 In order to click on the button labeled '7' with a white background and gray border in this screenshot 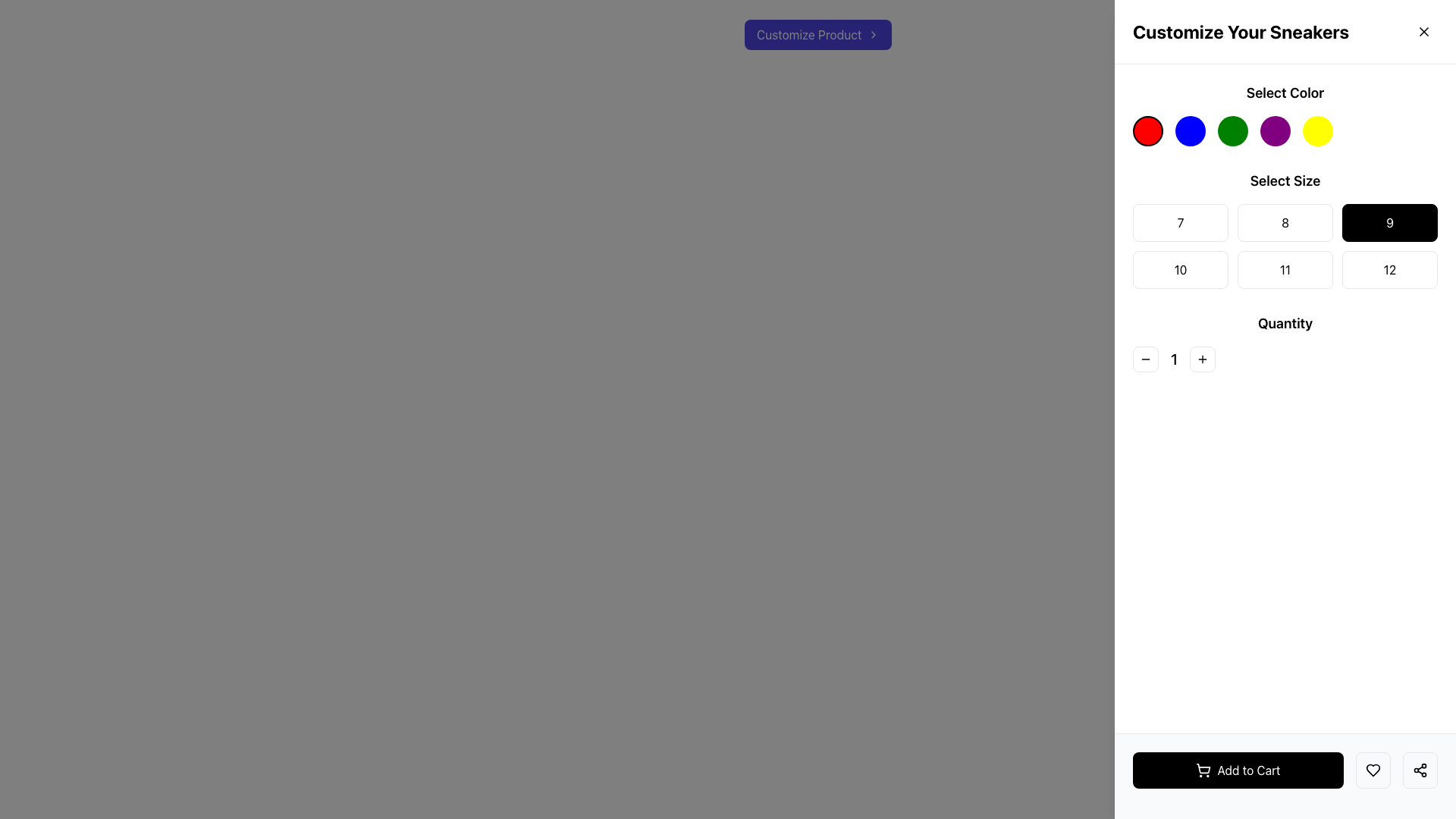, I will do `click(1179, 222)`.